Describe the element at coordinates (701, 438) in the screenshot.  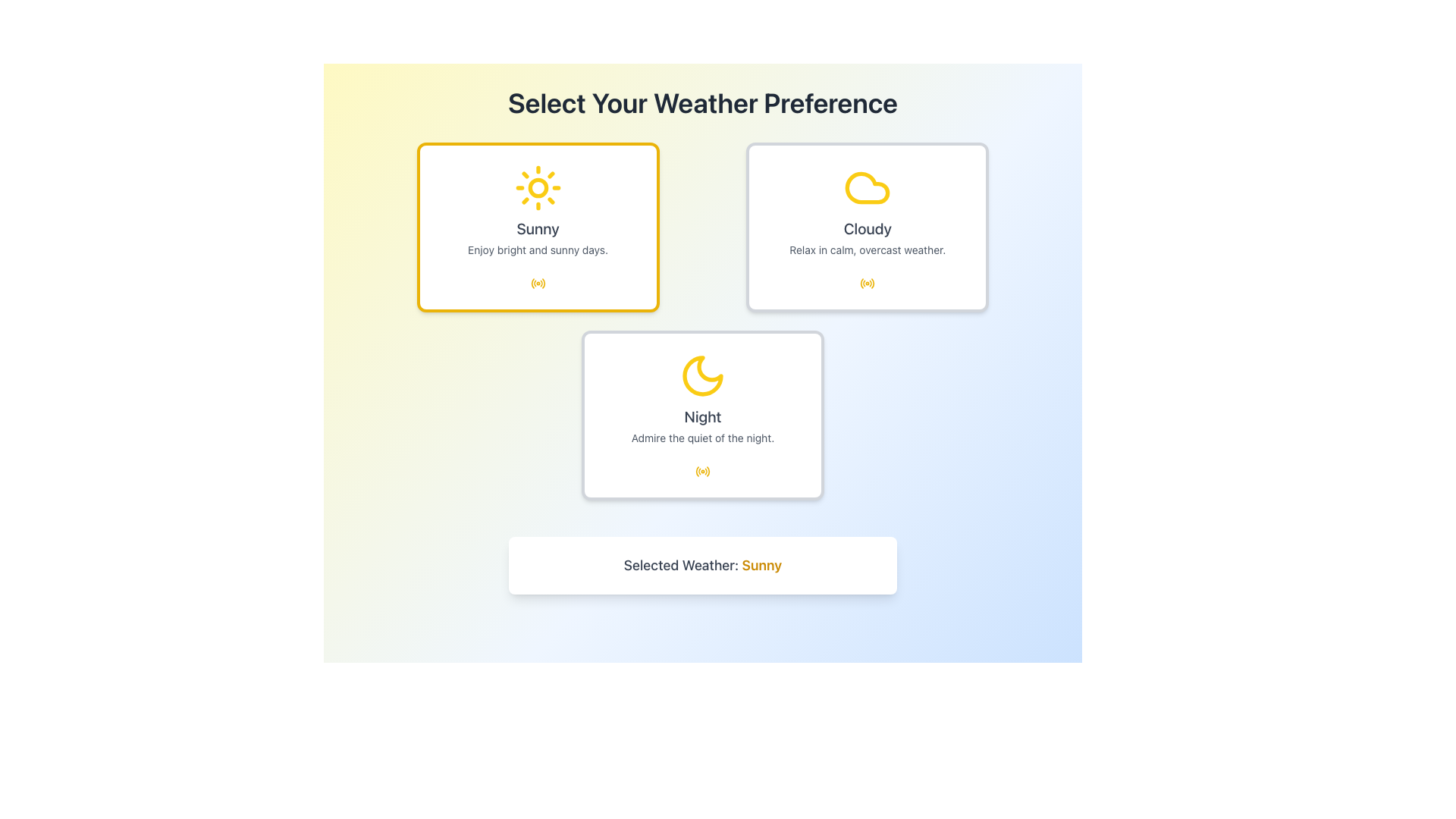
I see `the text element that displays 'Admire the quiet of the night.' which is styled in a smaller, light gray font, located at the bottom of the 'Night' card` at that location.